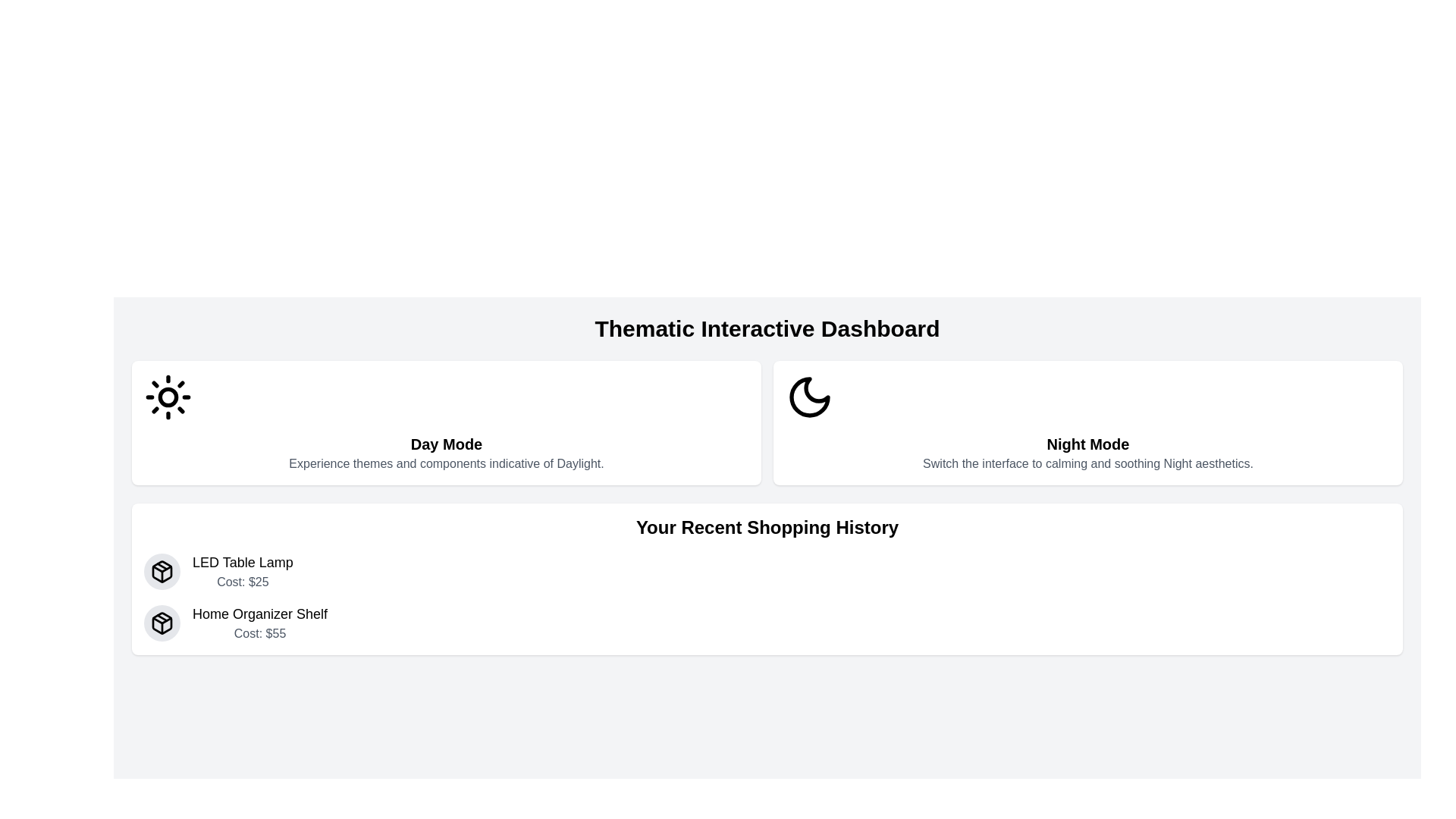 This screenshot has width=1456, height=819. What do you see at coordinates (162, 623) in the screenshot?
I see `the black outlined icon resembling a box or package located under the 'Your Recent Shopping History' heading, specifically part of the second entry labeled 'Home Organizer Shelf', situated on the left side of the text 'Home Organizer Shelf'` at bounding box center [162, 623].